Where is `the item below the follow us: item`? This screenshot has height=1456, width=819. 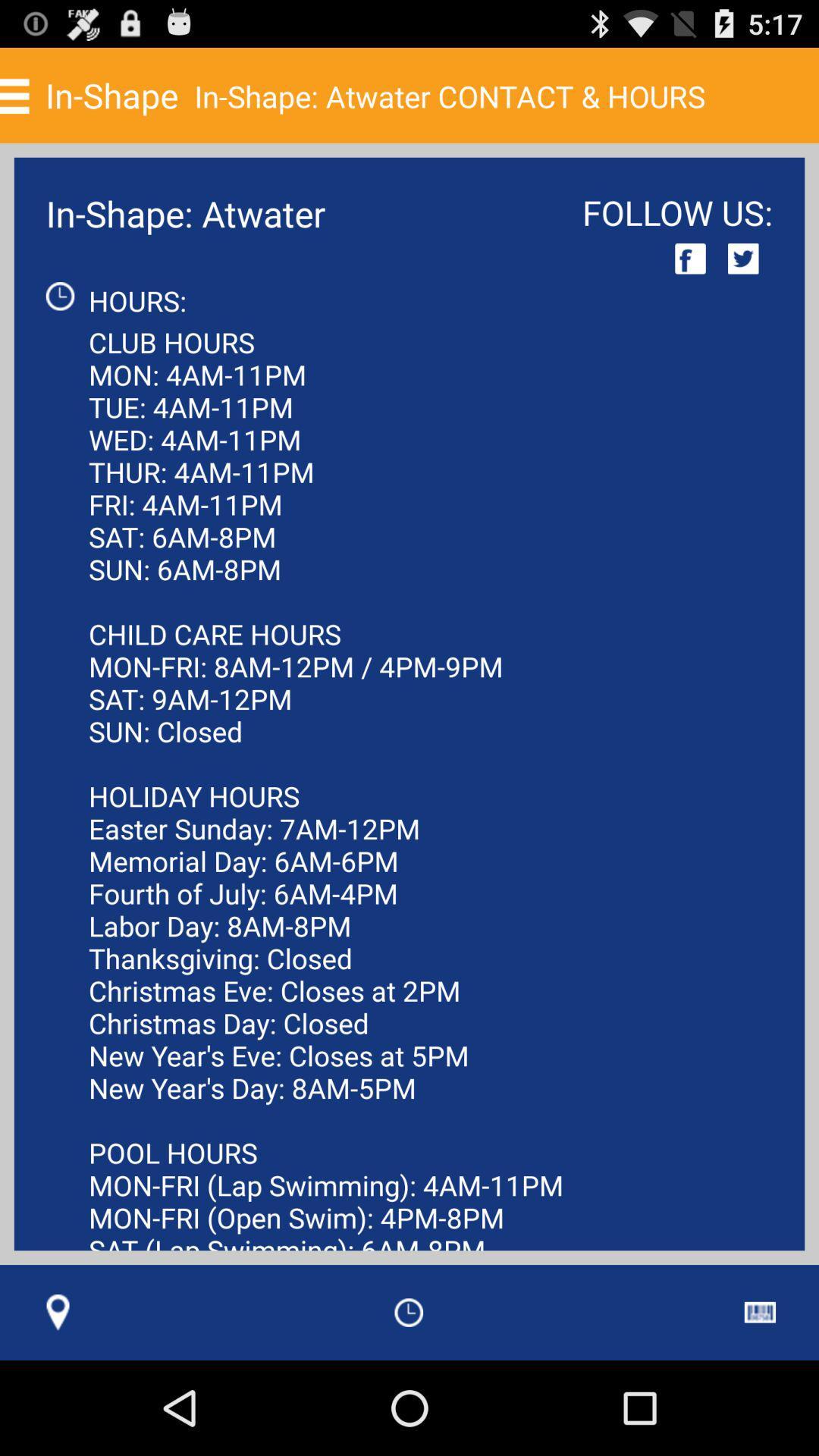
the item below the follow us: item is located at coordinates (690, 259).